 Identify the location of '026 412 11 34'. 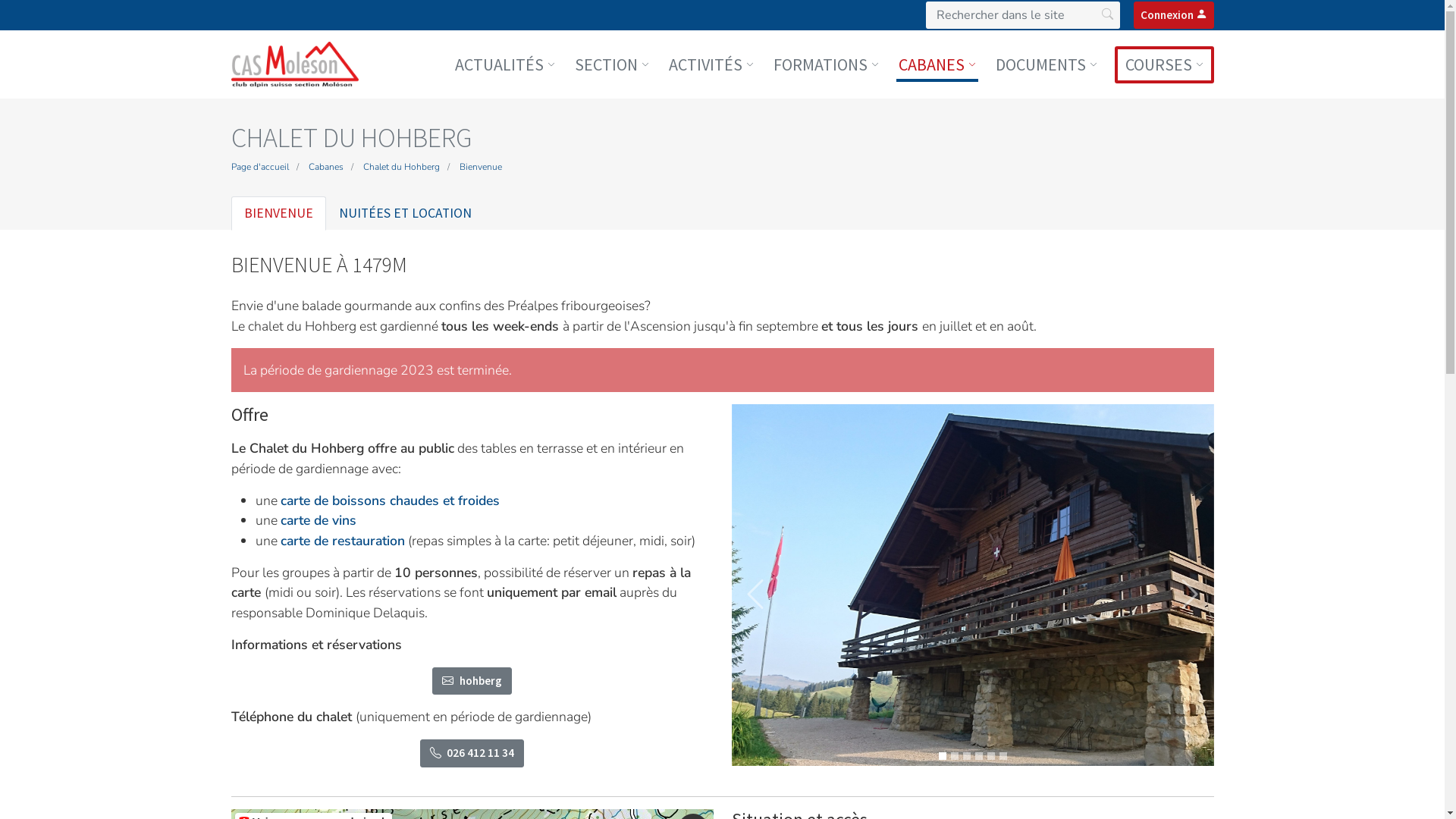
(472, 753).